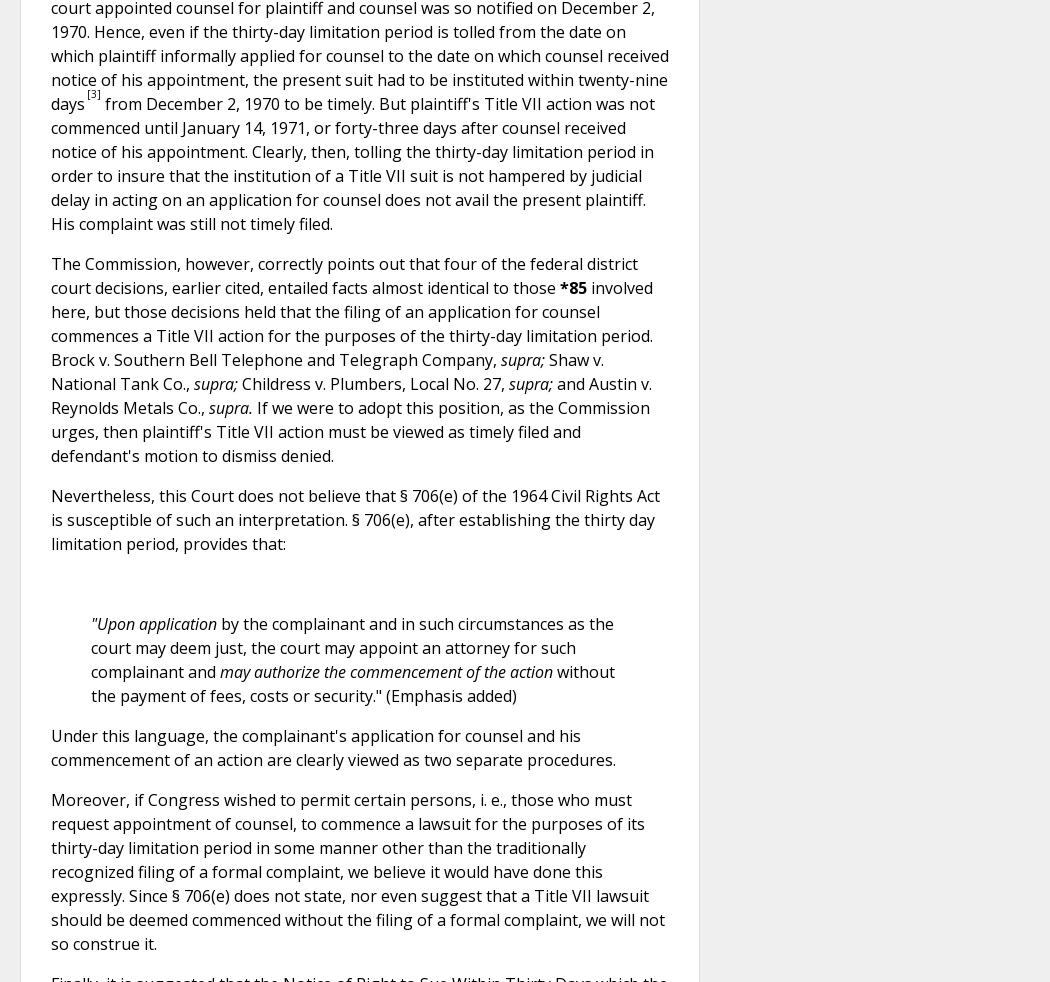 The width and height of the screenshot is (1050, 982). What do you see at coordinates (327, 370) in the screenshot?
I see `'Shaw v. National Tank Co.,'` at bounding box center [327, 370].